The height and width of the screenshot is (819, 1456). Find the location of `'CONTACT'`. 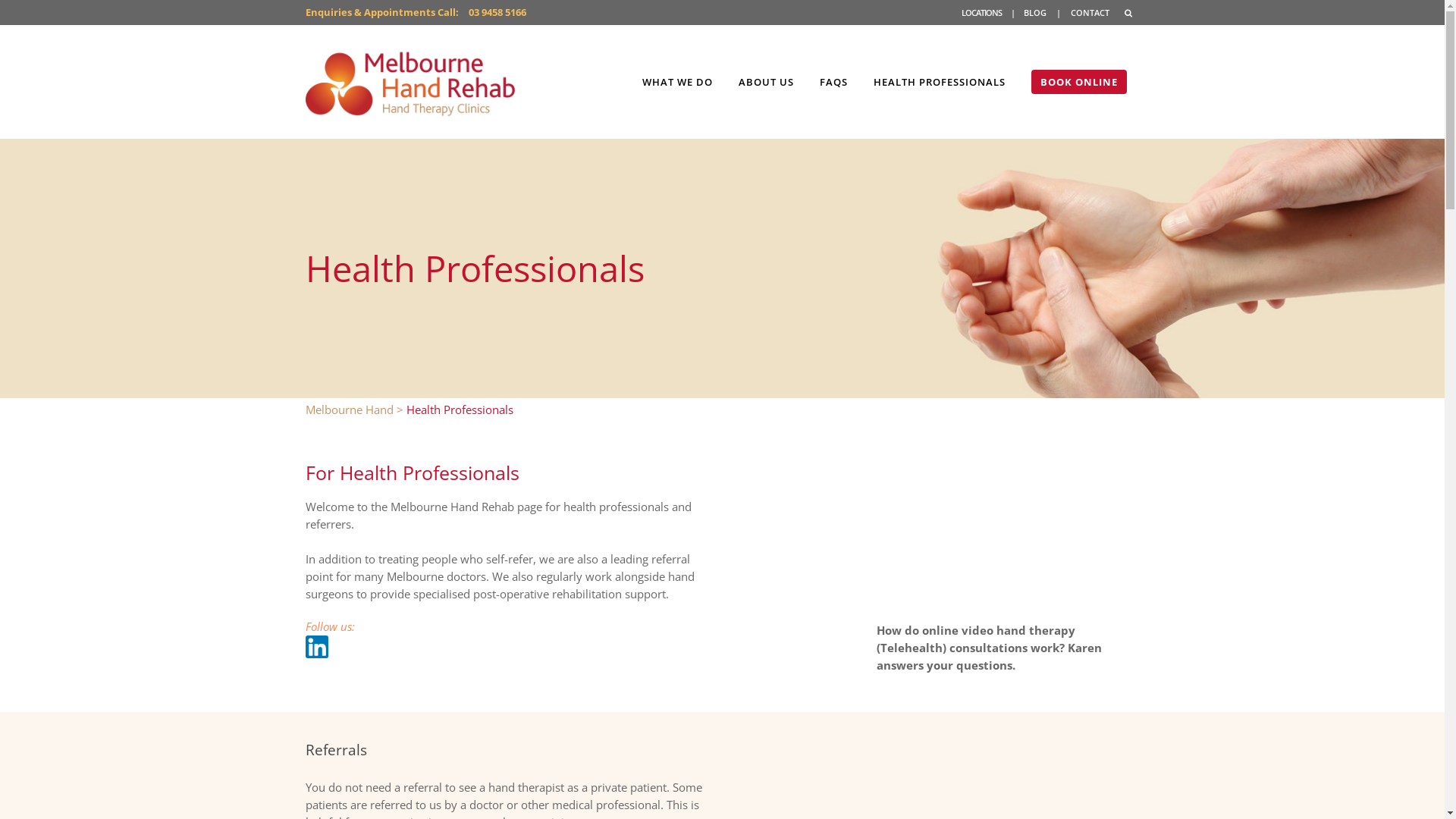

'CONTACT' is located at coordinates (1089, 12).